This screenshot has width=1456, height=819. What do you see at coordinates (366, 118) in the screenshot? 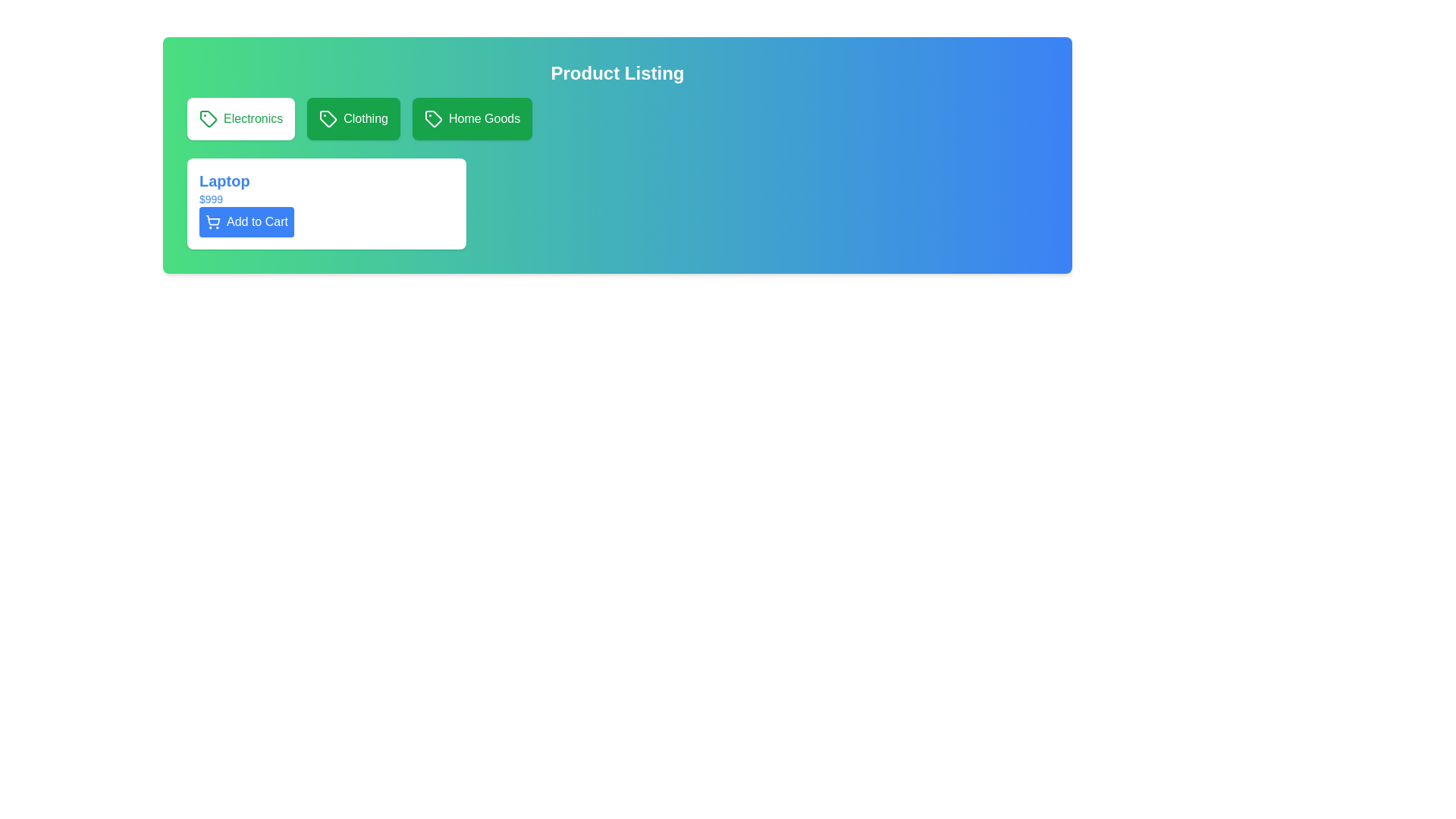
I see `the 'Clothing' text label within the second button that filters or navigates to the 'Clothing' section of the application` at bounding box center [366, 118].